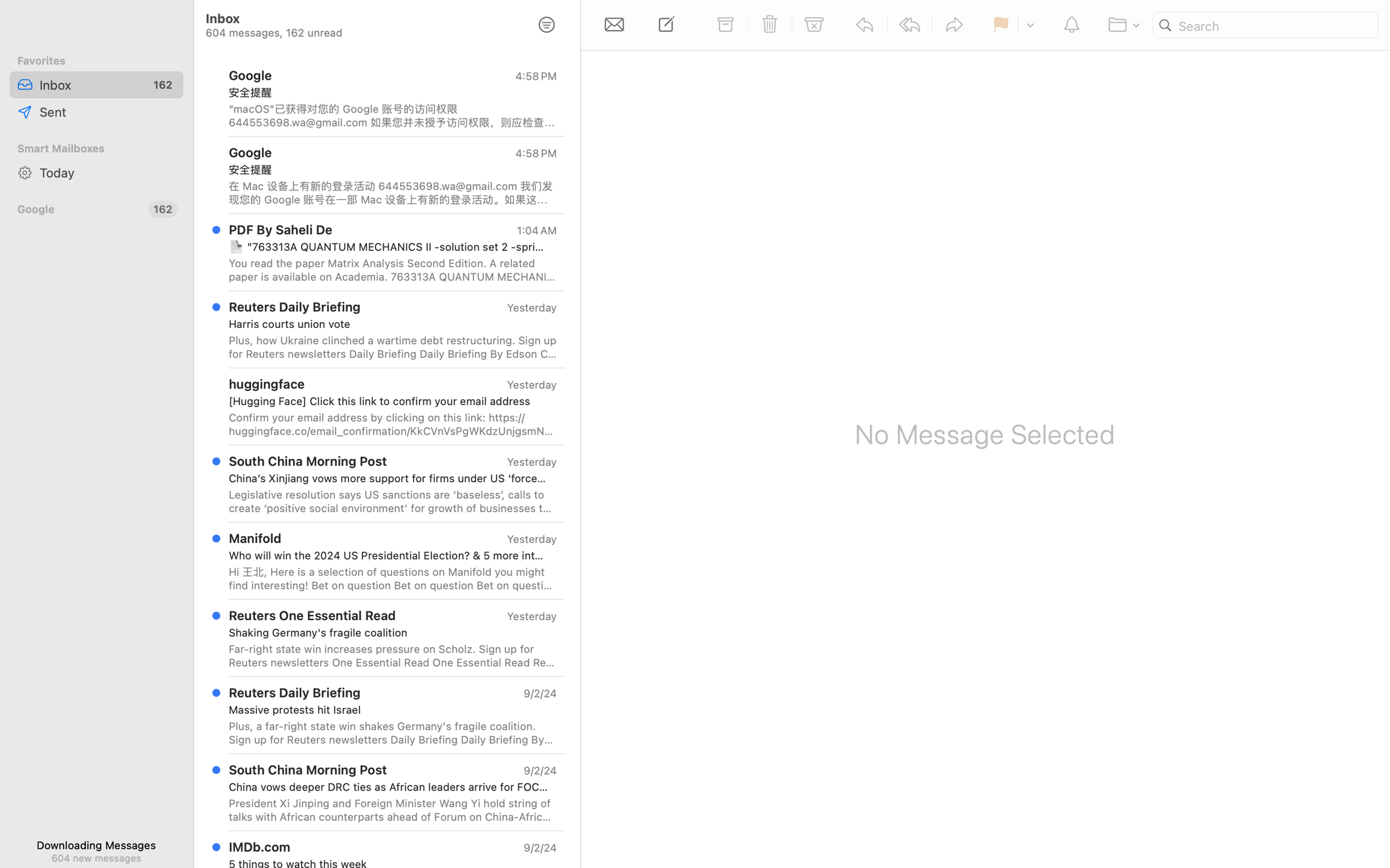 This screenshot has width=1390, height=868. I want to click on 'Today', so click(107, 172).